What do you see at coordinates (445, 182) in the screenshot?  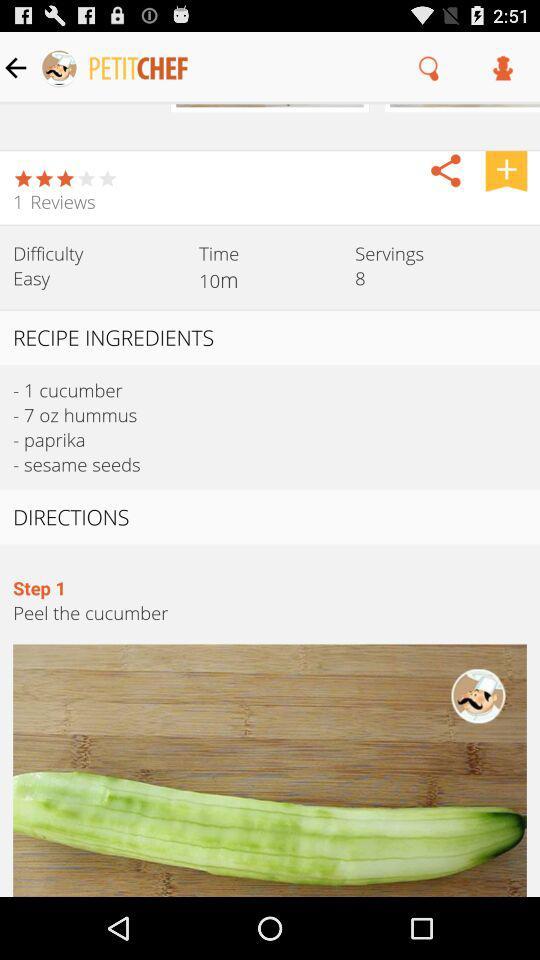 I see `the arrow_backward icon` at bounding box center [445, 182].